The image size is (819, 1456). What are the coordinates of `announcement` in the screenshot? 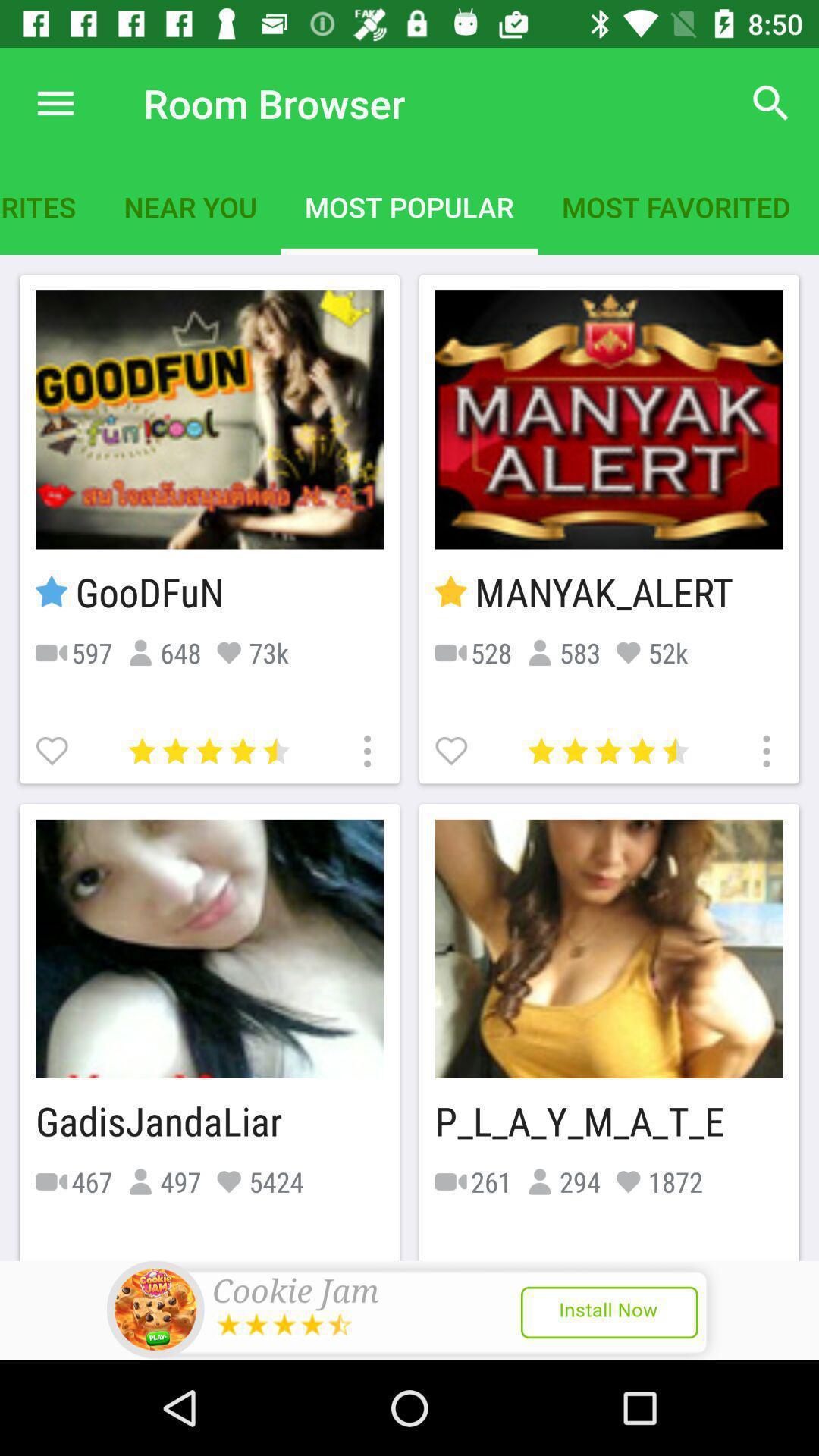 It's located at (409, 1310).